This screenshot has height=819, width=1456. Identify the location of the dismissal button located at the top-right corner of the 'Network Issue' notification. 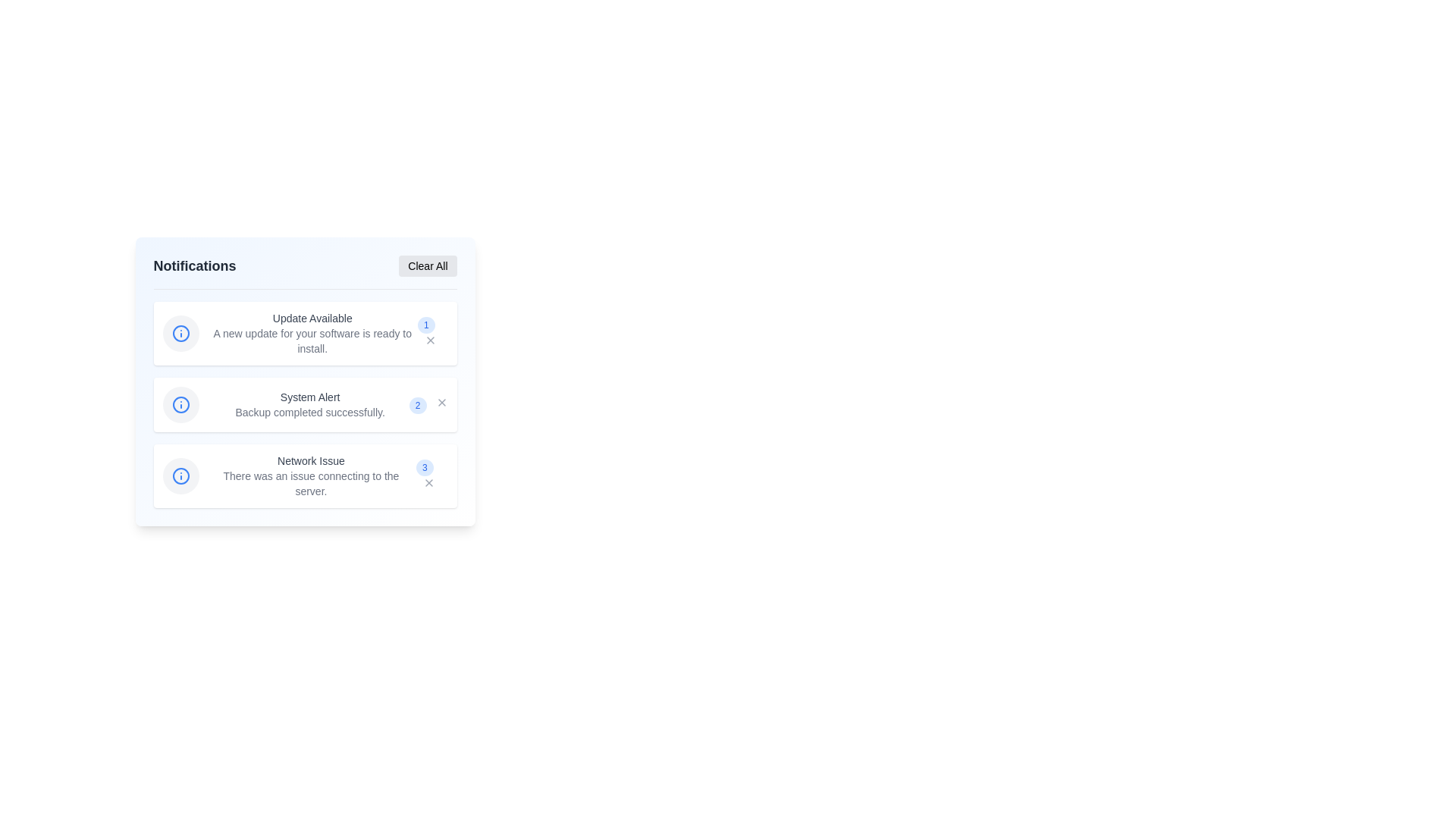
(428, 482).